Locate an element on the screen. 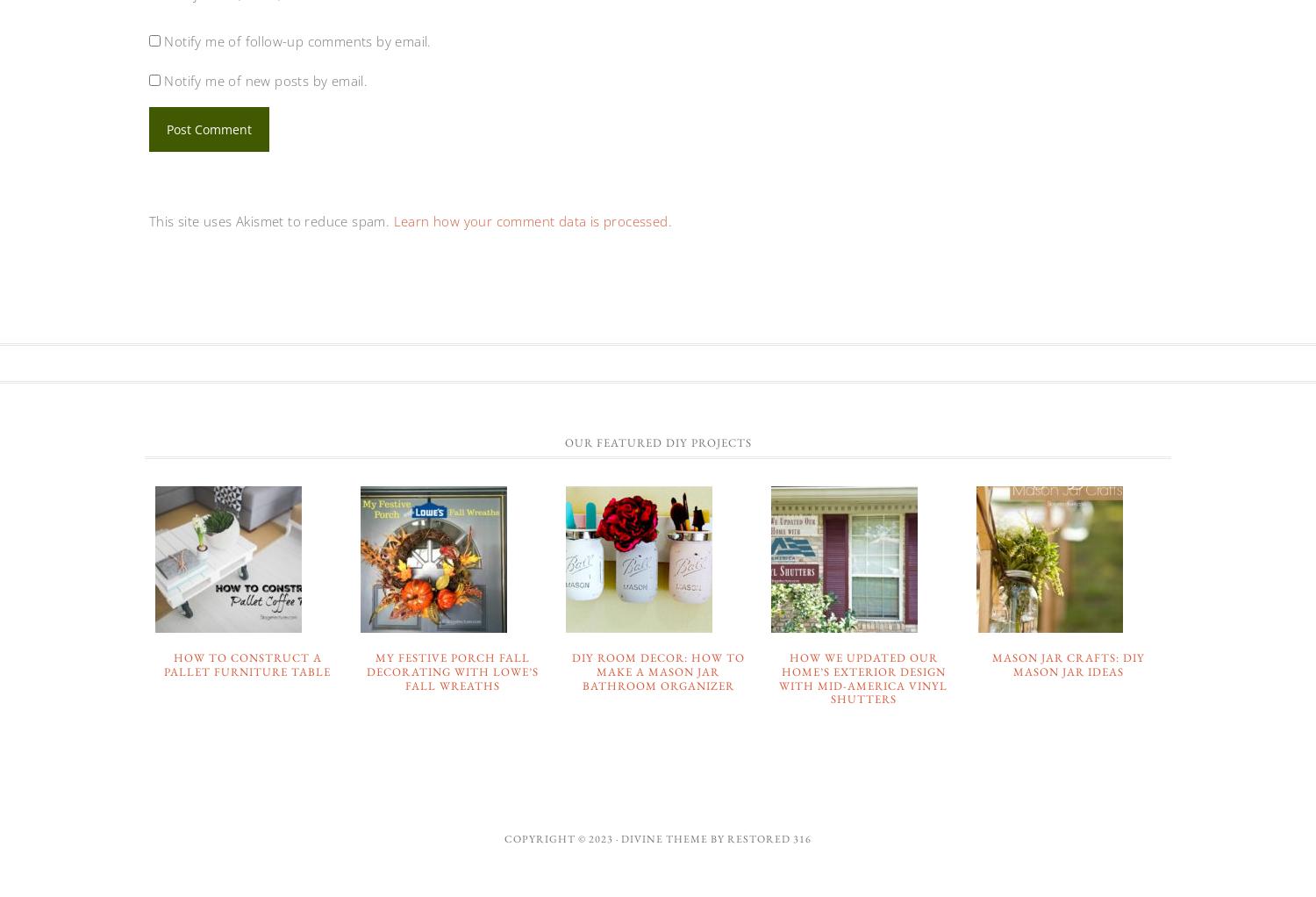  'How to Construct a Pallet Furniture Table' is located at coordinates (247, 664).